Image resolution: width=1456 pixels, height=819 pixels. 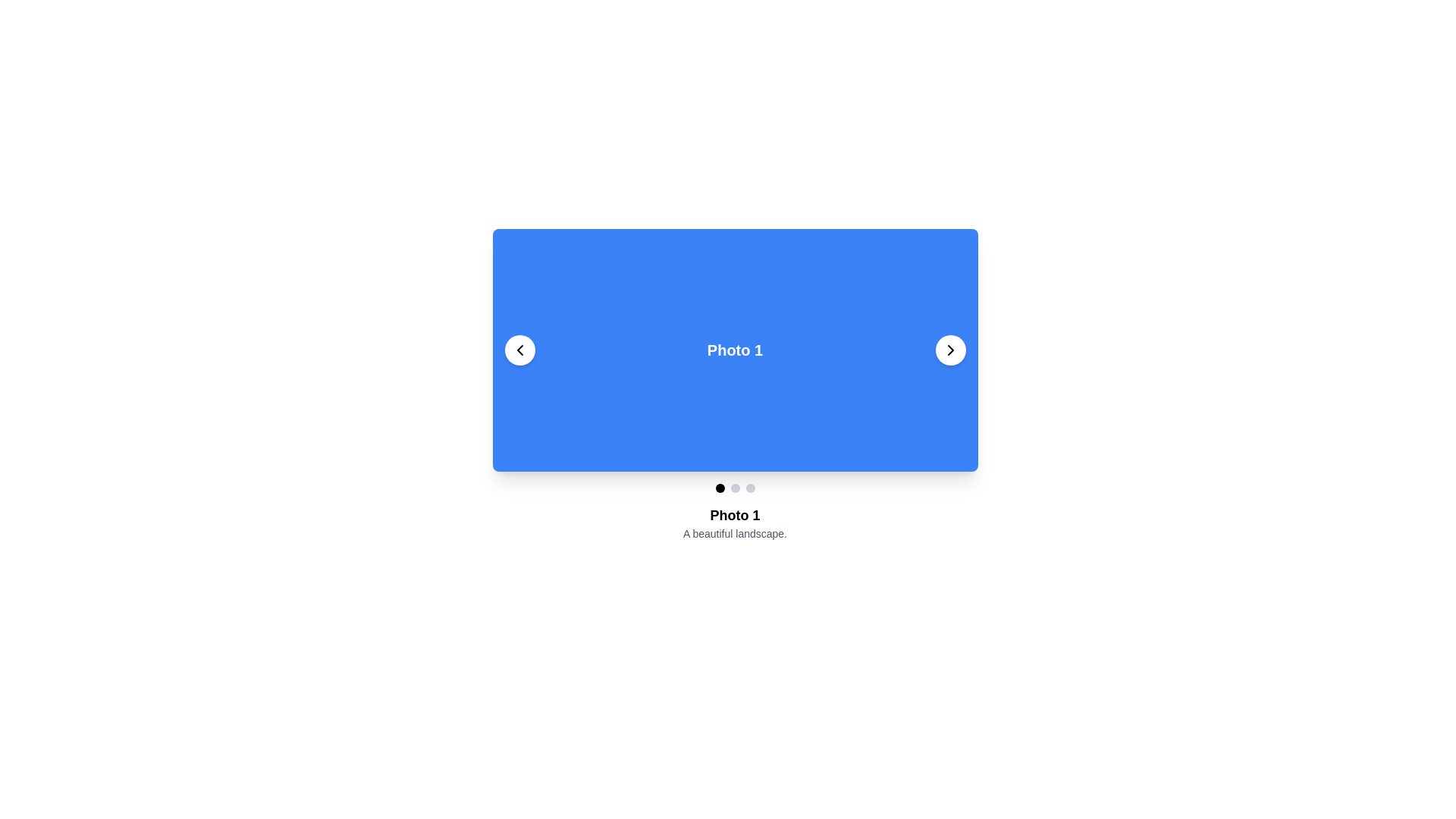 I want to click on the Chevron icon within the circular button on the left side of the blue carousel panel, so click(x=519, y=350).